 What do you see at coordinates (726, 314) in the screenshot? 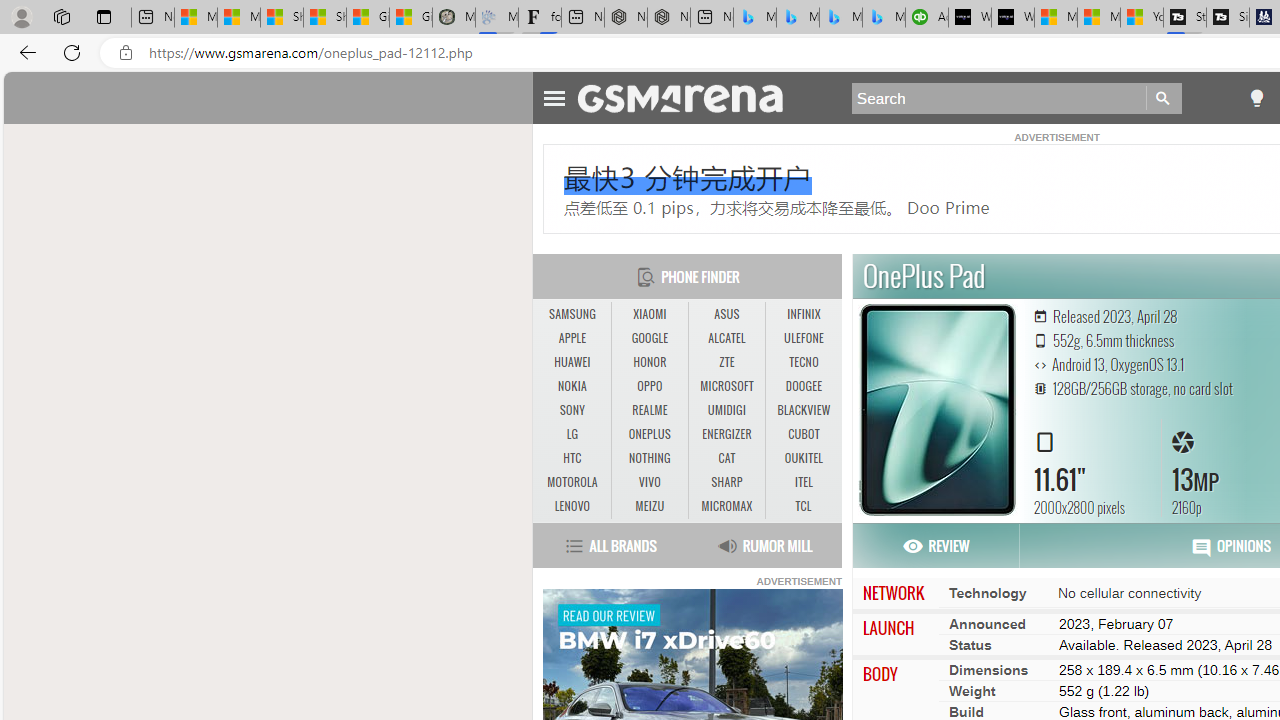
I see `'ASUS'` at bounding box center [726, 314].